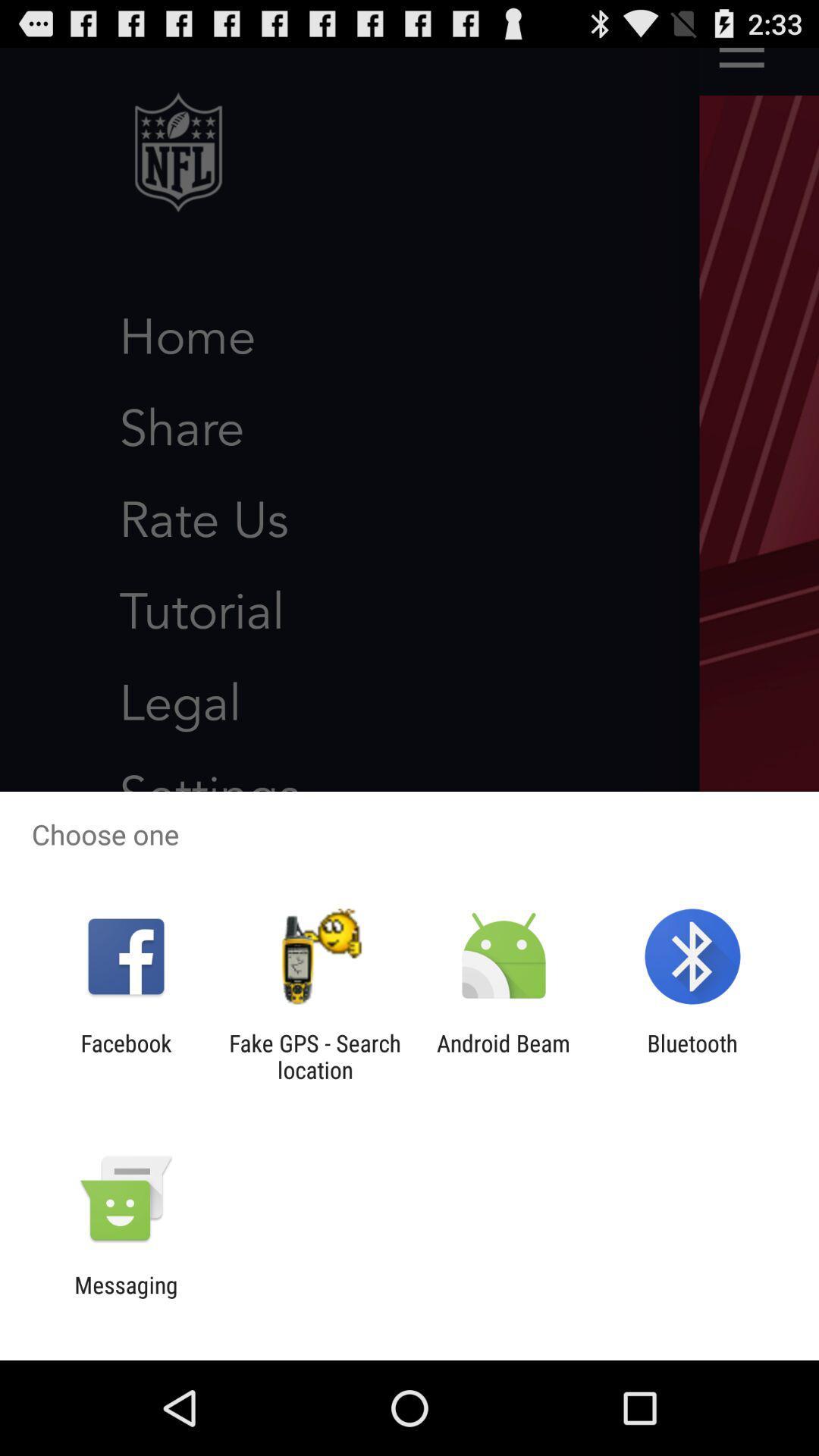 This screenshot has width=819, height=1456. Describe the element at coordinates (314, 1056) in the screenshot. I see `icon next to facebook` at that location.